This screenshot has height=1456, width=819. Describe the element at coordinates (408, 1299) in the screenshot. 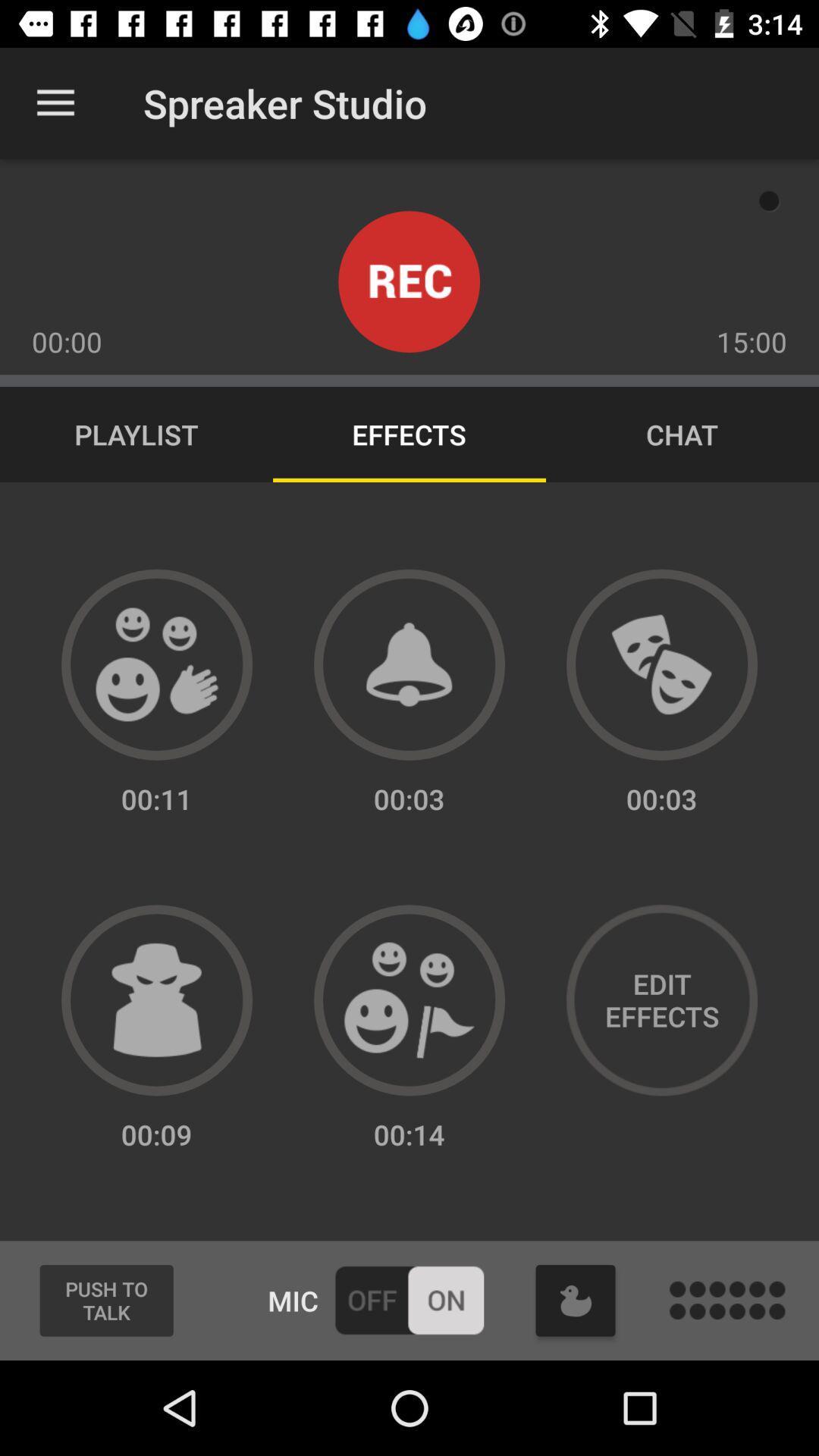

I see `mic option` at that location.